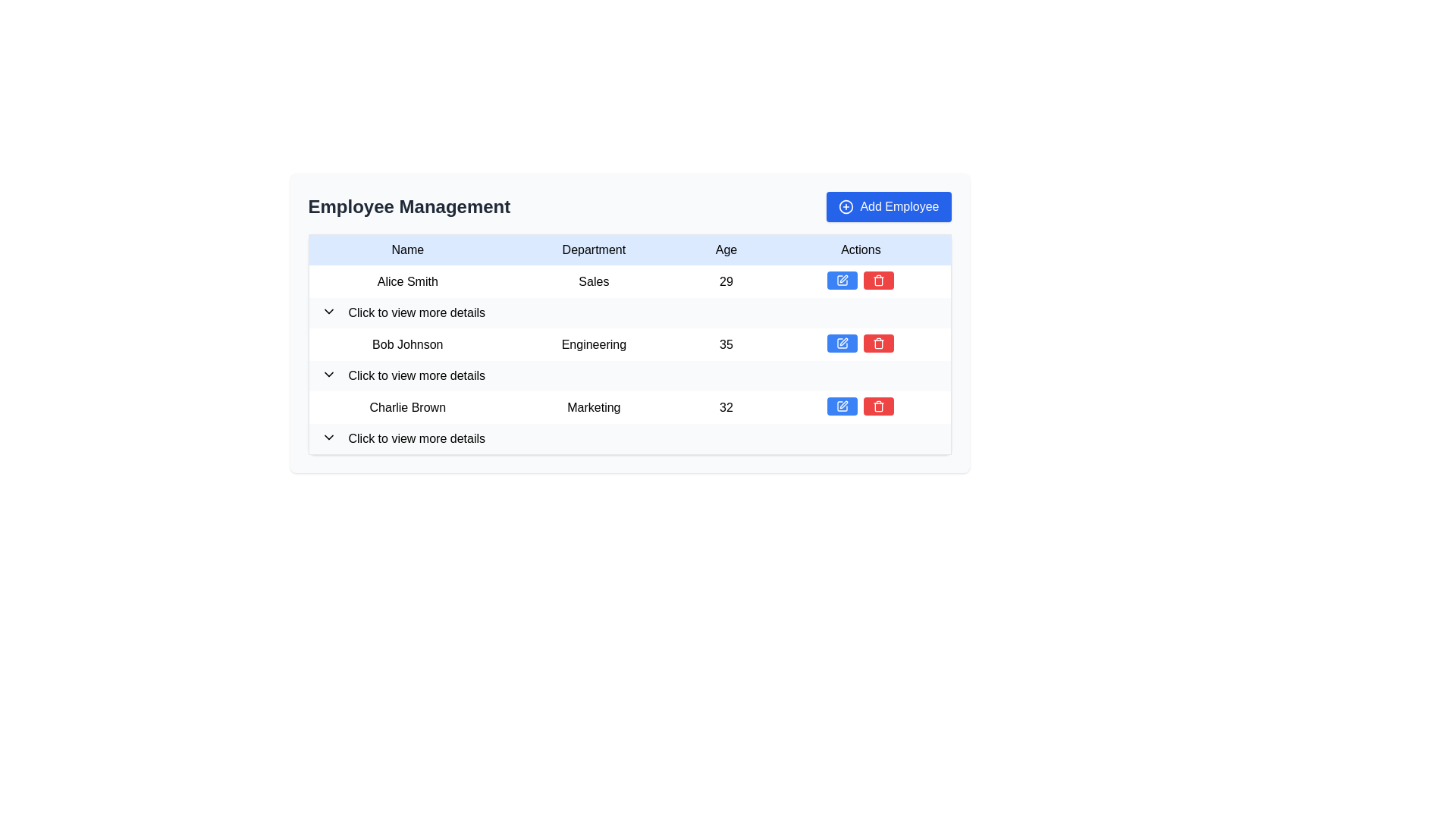 The width and height of the screenshot is (1456, 819). Describe the element at coordinates (416, 312) in the screenshot. I see `textual link that says 'Click to view more details', located in the second row of the table under the 'Name' column, aligned with the 'Alice Smith' entry` at that location.